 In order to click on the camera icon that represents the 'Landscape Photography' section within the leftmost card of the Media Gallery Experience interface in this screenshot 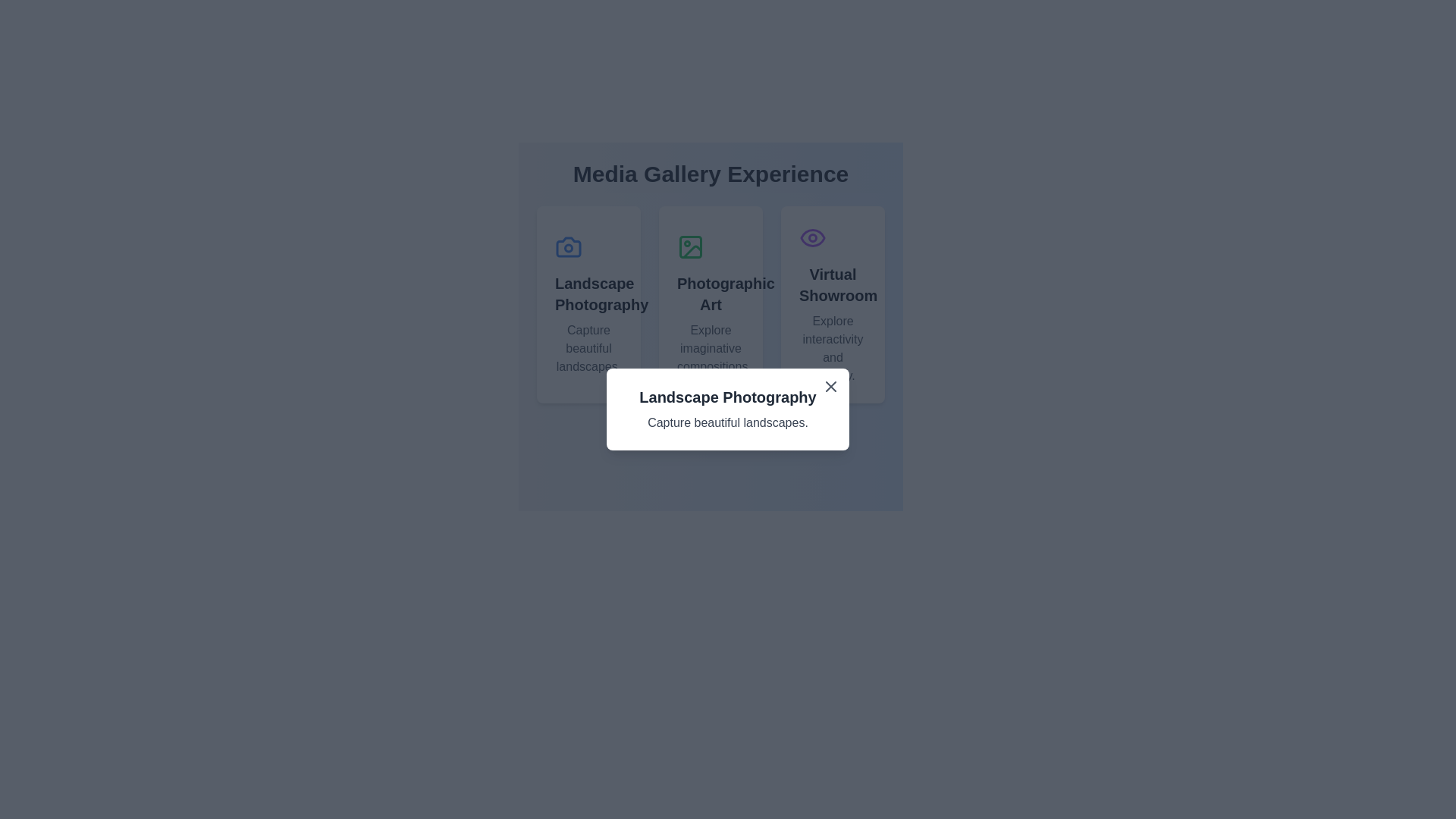, I will do `click(567, 246)`.